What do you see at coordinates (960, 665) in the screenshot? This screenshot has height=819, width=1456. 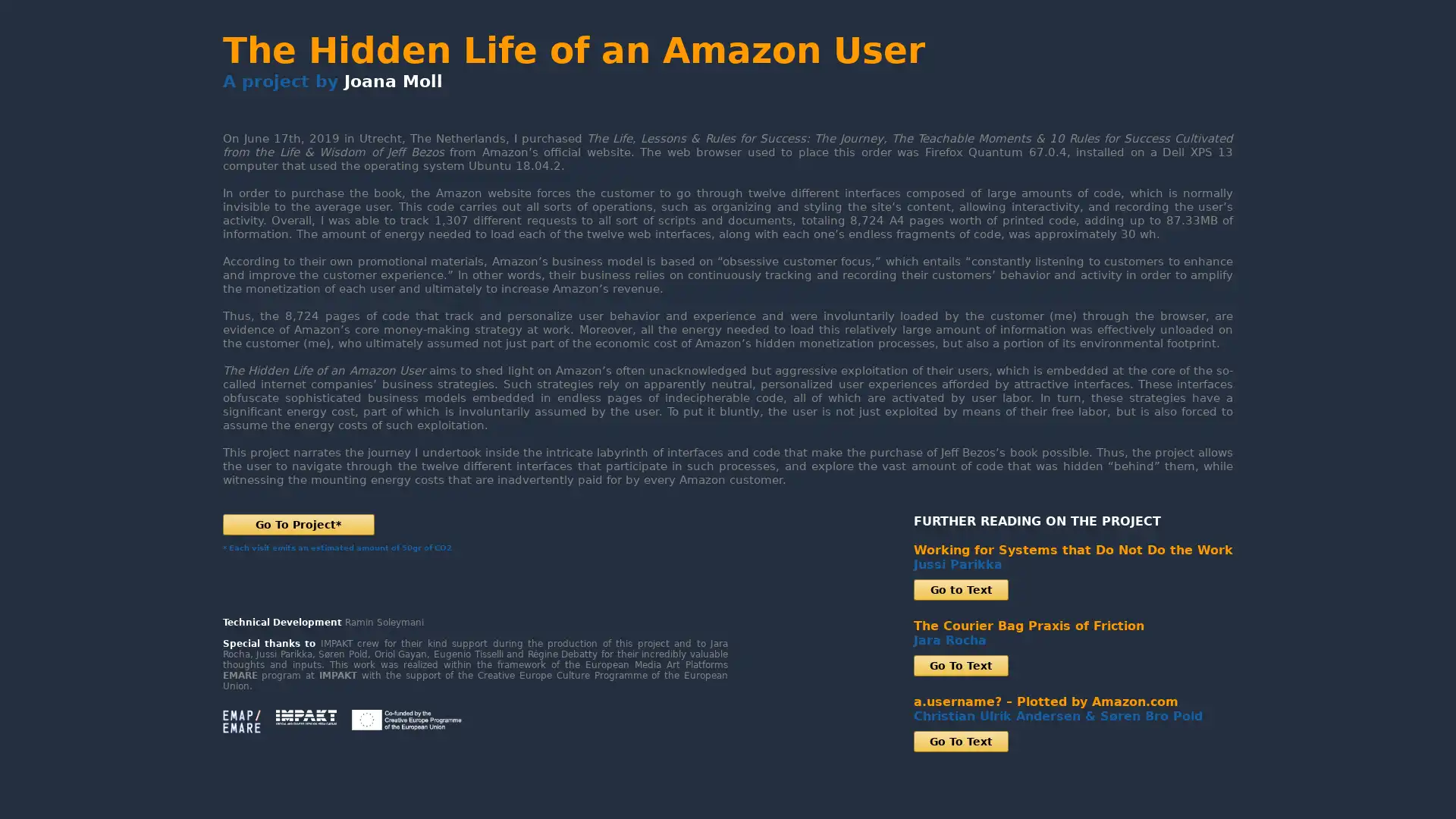 I see `Go To Text` at bounding box center [960, 665].